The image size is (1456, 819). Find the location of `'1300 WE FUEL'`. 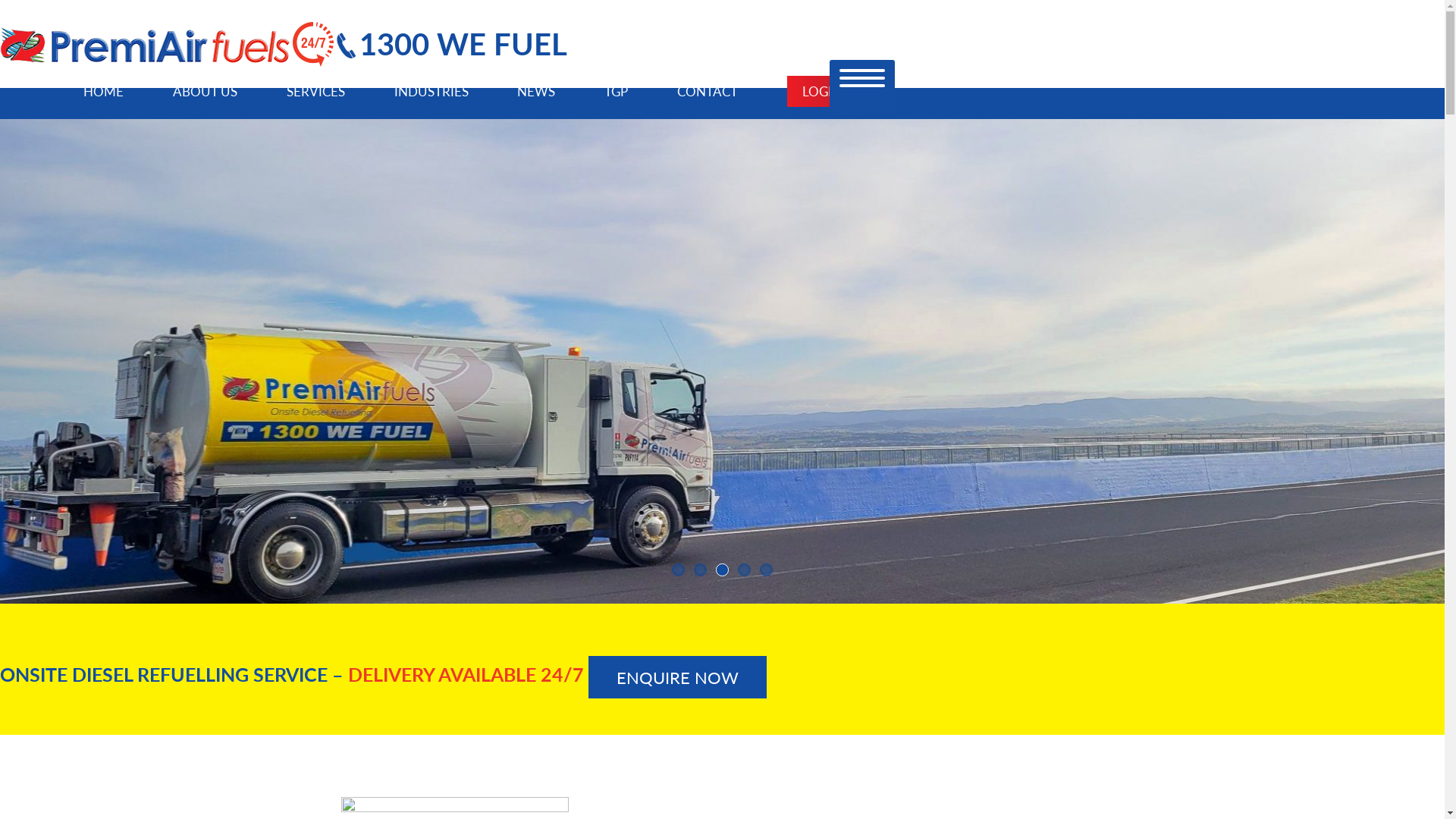

'1300 WE FUEL' is located at coordinates (450, 42).